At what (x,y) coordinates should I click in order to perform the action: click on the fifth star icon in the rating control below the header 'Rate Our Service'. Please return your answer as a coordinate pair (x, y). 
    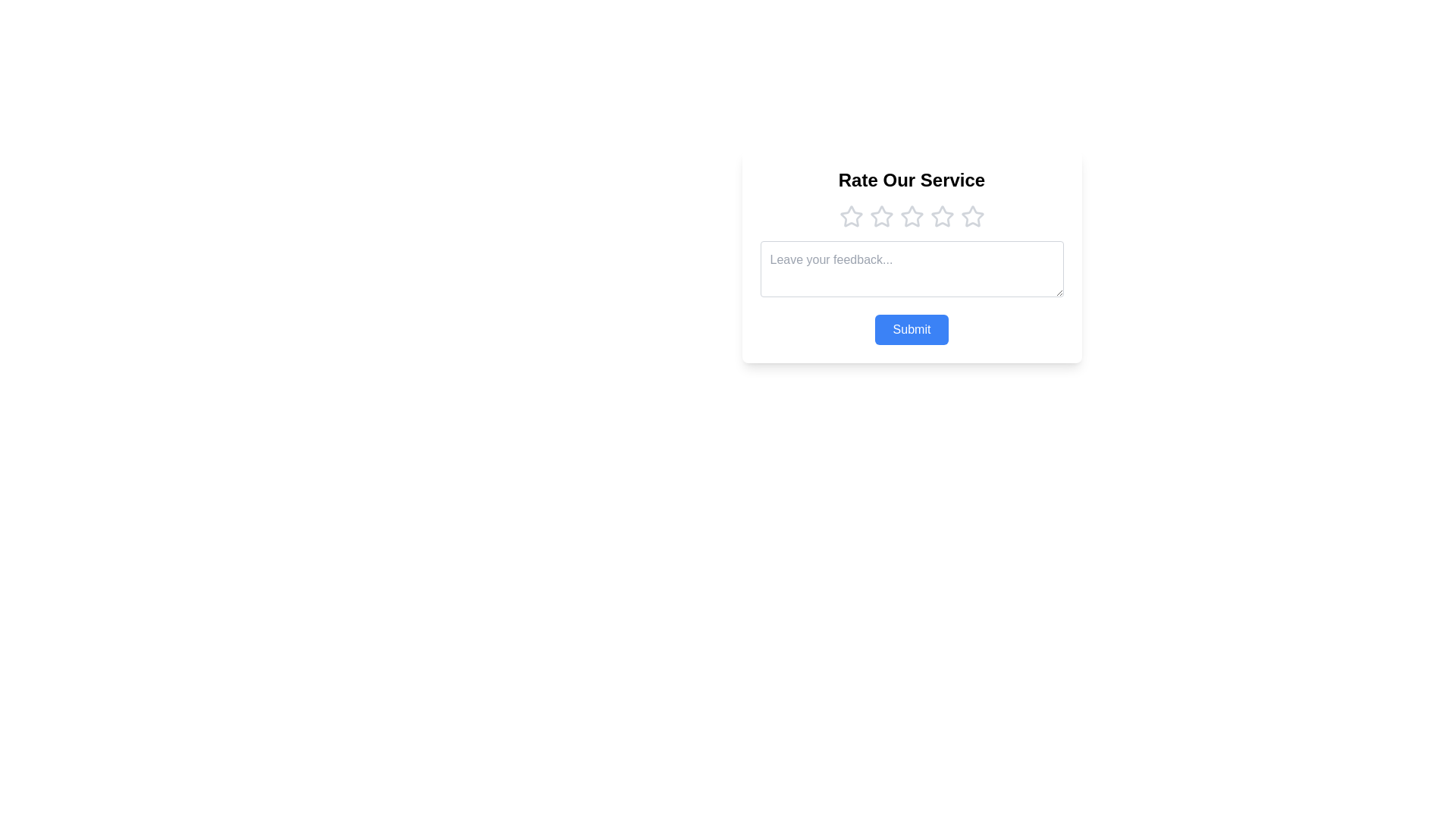
    Looking at the image, I should click on (972, 216).